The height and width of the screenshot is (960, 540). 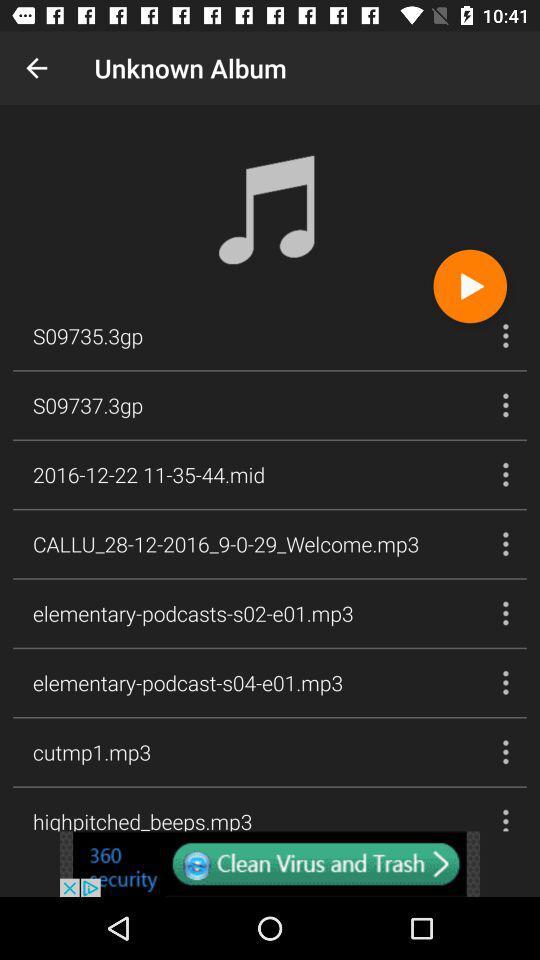 What do you see at coordinates (270, 863) in the screenshot?
I see `open advertisement` at bounding box center [270, 863].